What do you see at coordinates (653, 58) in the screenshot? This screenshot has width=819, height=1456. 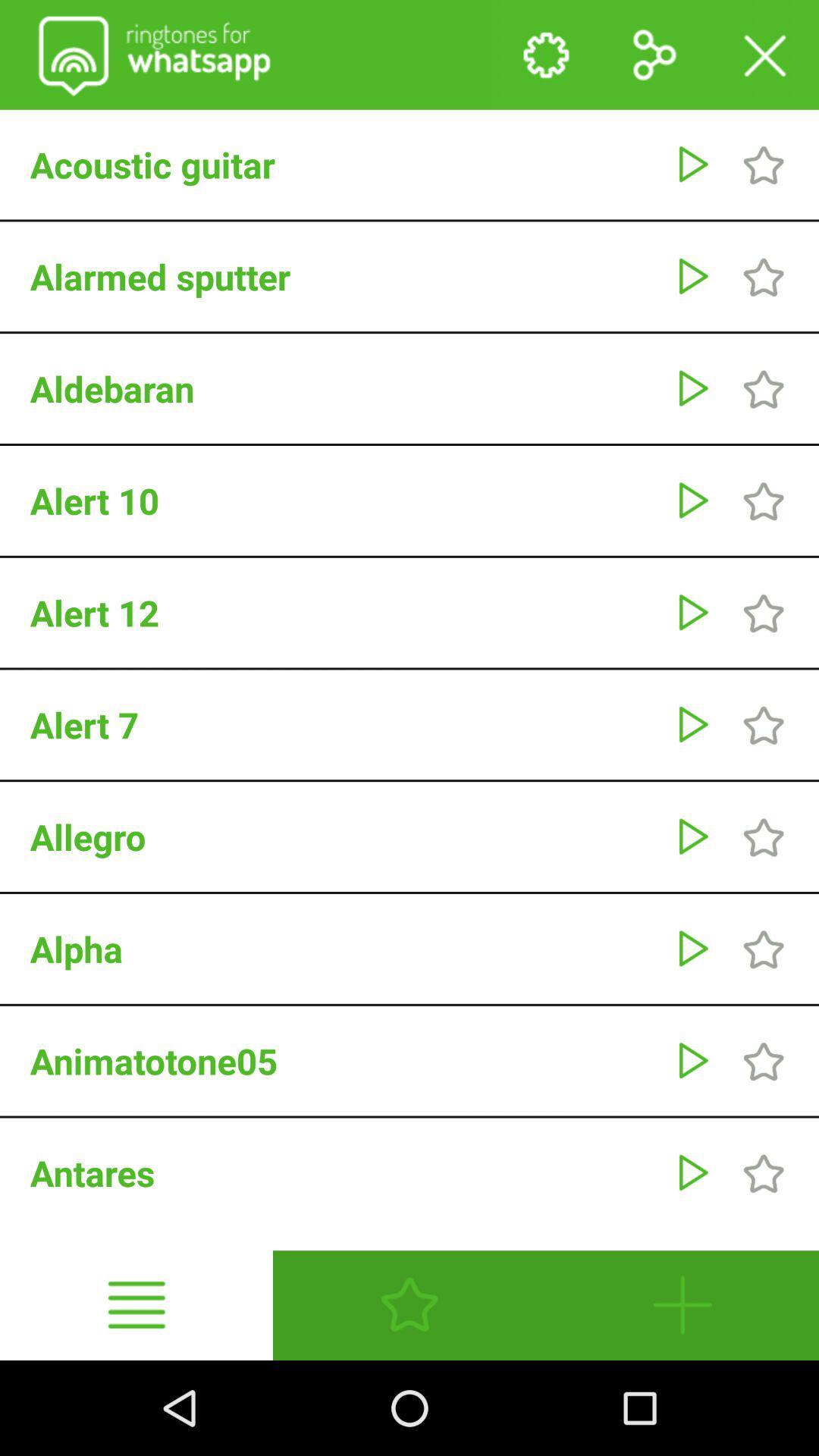 I see `the share icon` at bounding box center [653, 58].